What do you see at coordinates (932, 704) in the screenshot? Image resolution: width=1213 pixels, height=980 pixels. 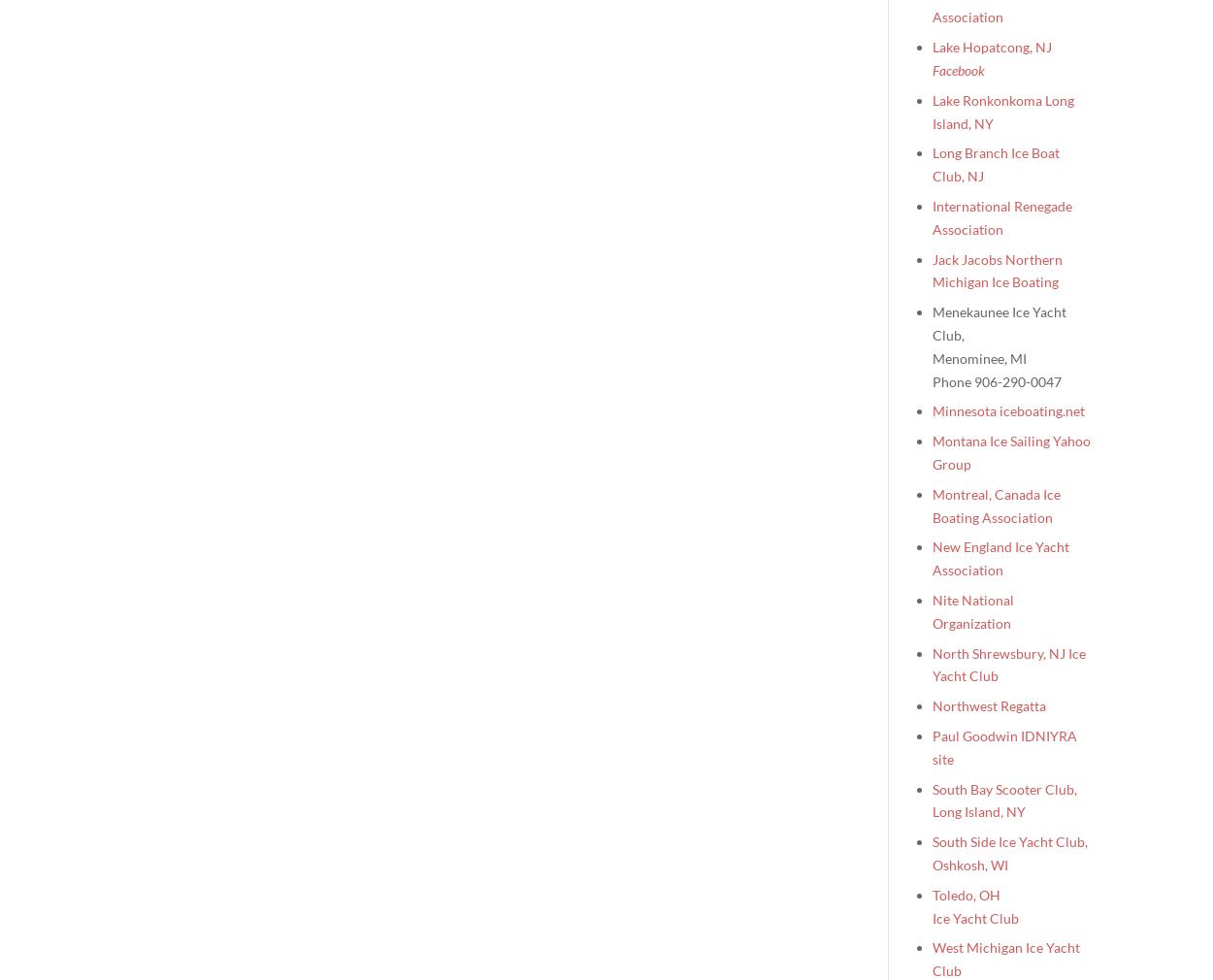 I see `'Northwest Regatta'` at bounding box center [932, 704].